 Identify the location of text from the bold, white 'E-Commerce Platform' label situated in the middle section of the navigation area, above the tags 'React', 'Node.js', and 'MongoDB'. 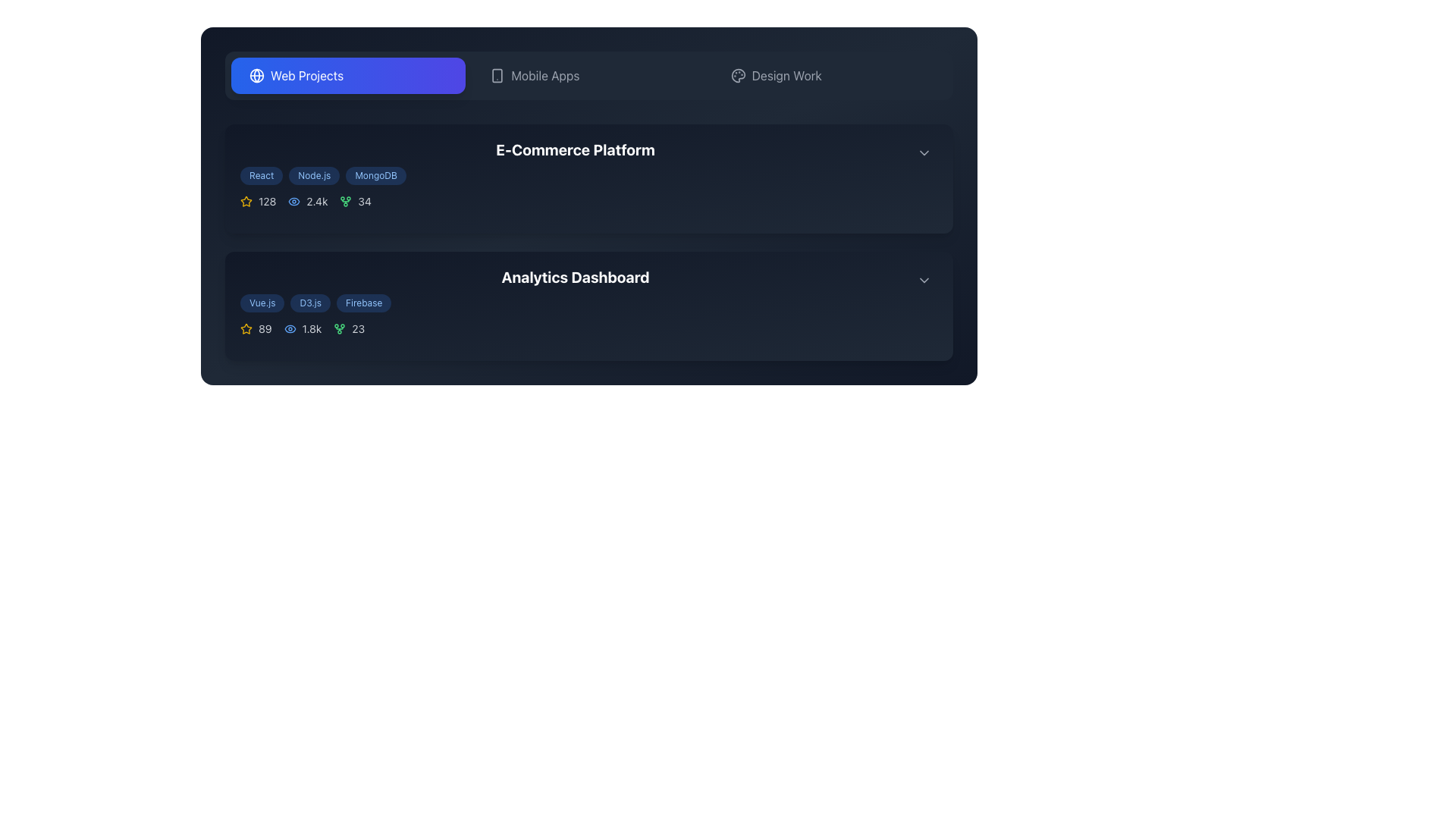
(574, 149).